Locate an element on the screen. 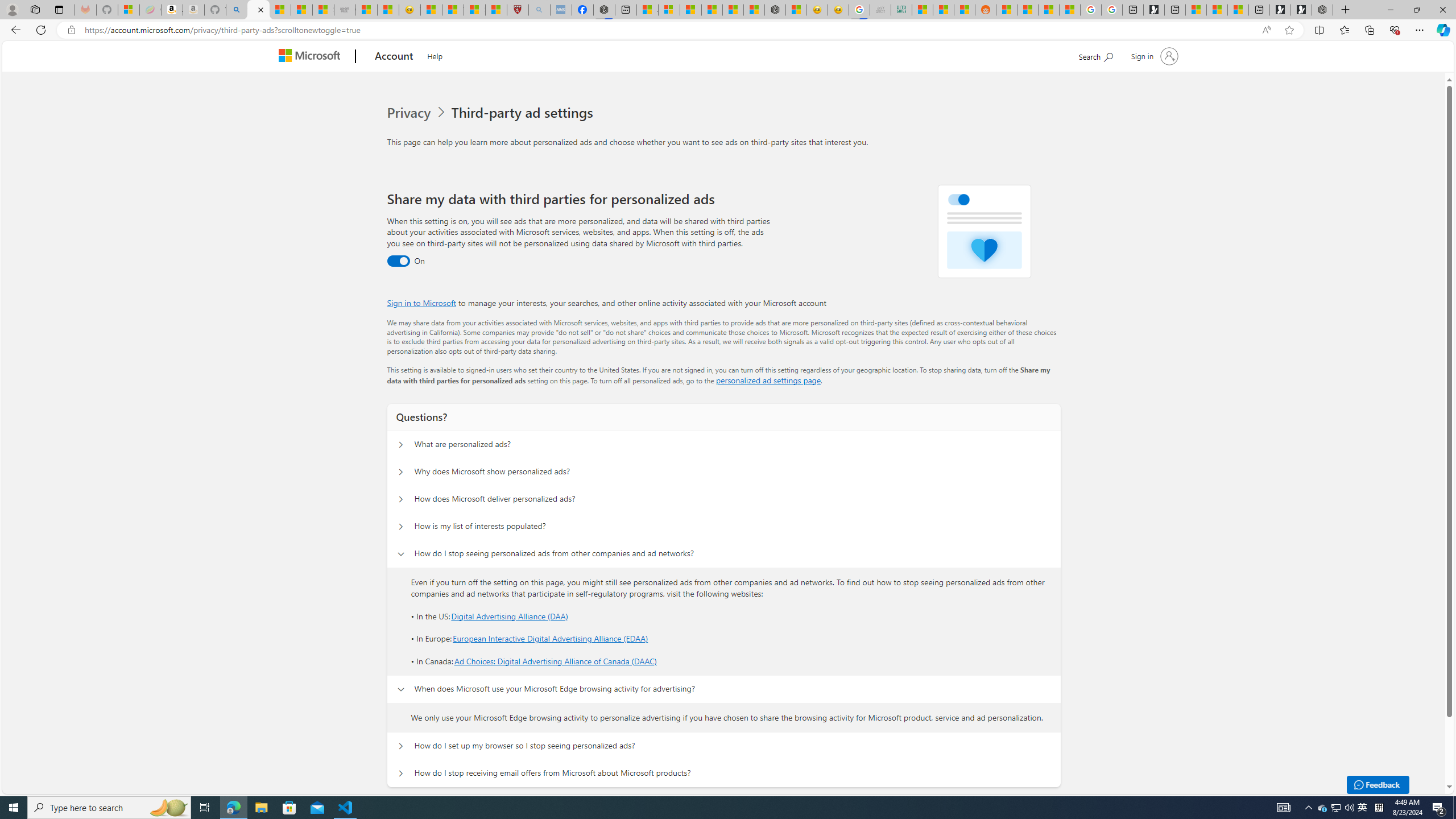 The height and width of the screenshot is (819, 1456). 'DITOGAMES AG Imprint' is located at coordinates (901, 9).